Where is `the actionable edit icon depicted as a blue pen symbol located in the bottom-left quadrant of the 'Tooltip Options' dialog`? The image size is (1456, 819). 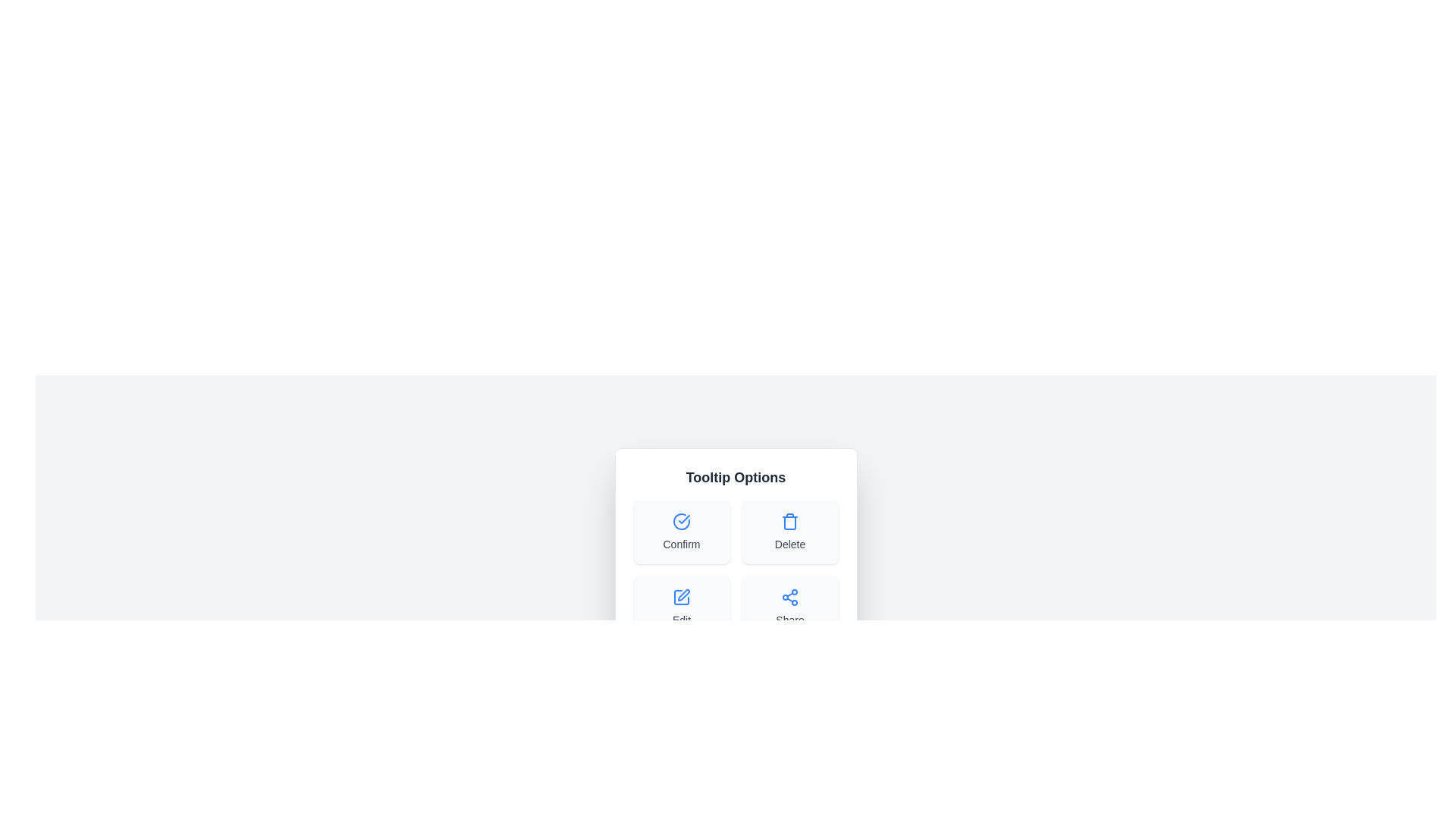
the actionable edit icon depicted as a blue pen symbol located in the bottom-left quadrant of the 'Tooltip Options' dialog is located at coordinates (683, 595).